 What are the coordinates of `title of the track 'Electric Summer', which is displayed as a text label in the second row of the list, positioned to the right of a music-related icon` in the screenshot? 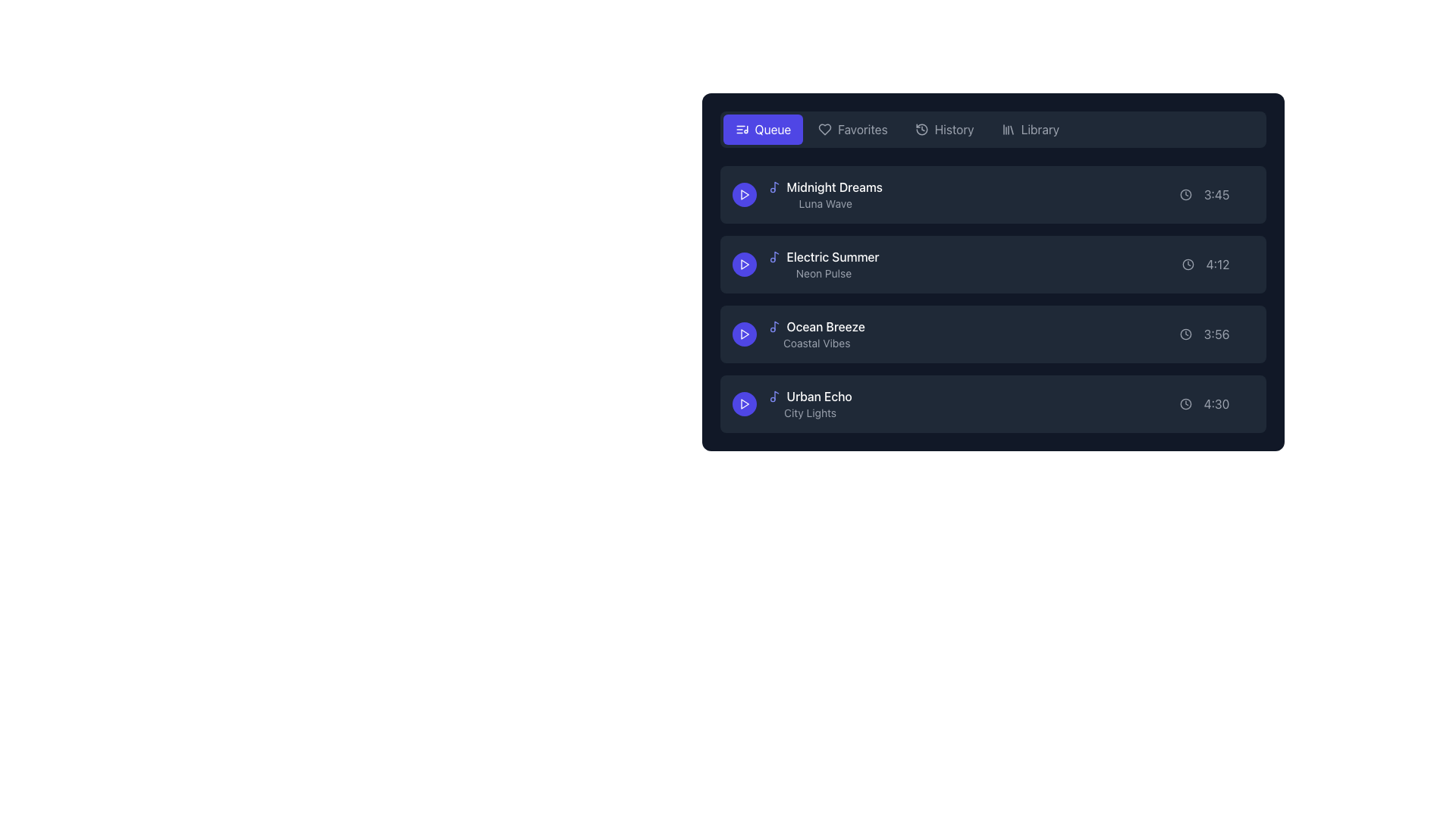 It's located at (832, 256).